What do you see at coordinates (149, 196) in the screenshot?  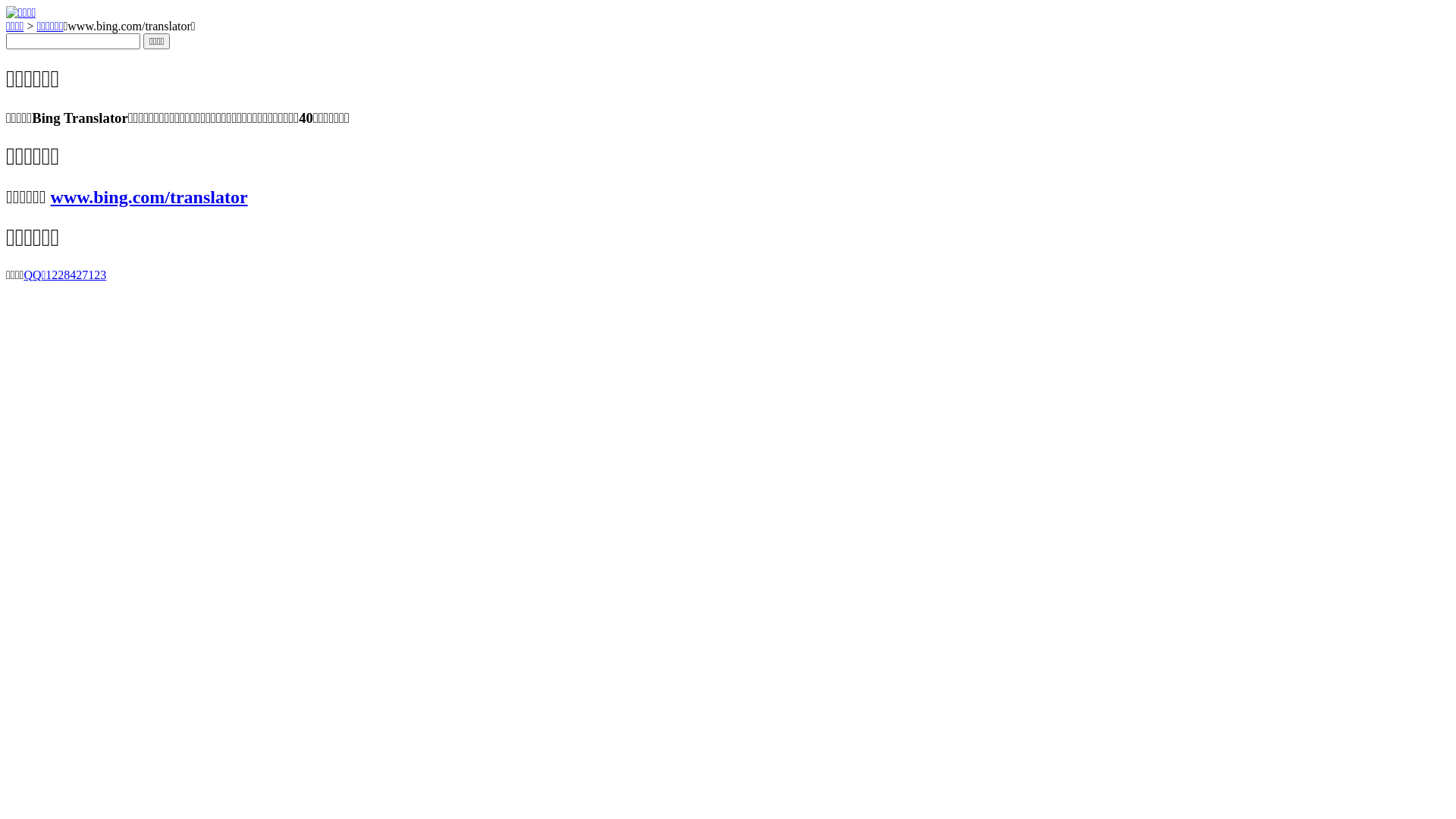 I see `'www.bing.com/translator'` at bounding box center [149, 196].